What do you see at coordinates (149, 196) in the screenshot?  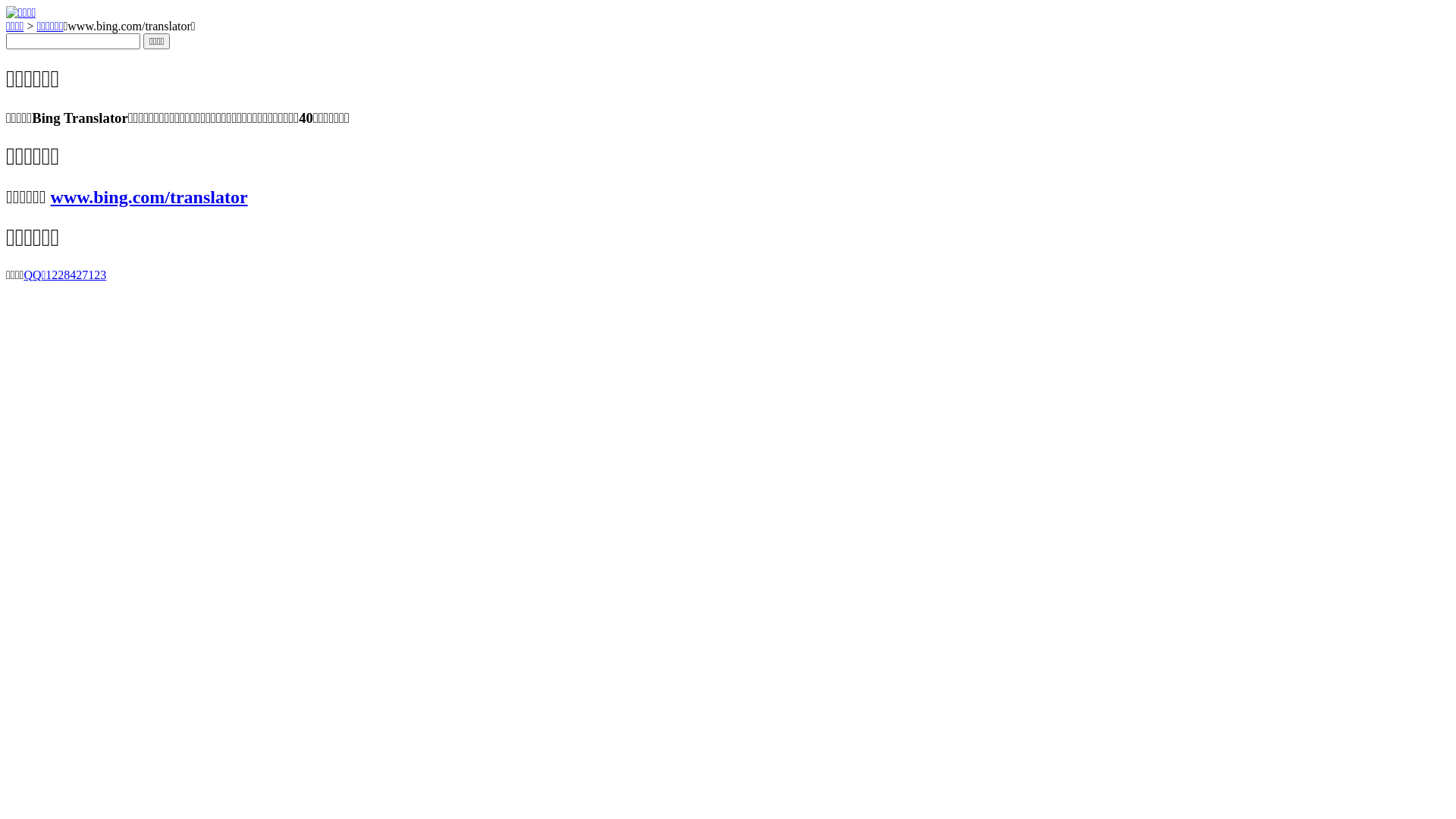 I see `'www.bing.com/translator'` at bounding box center [149, 196].